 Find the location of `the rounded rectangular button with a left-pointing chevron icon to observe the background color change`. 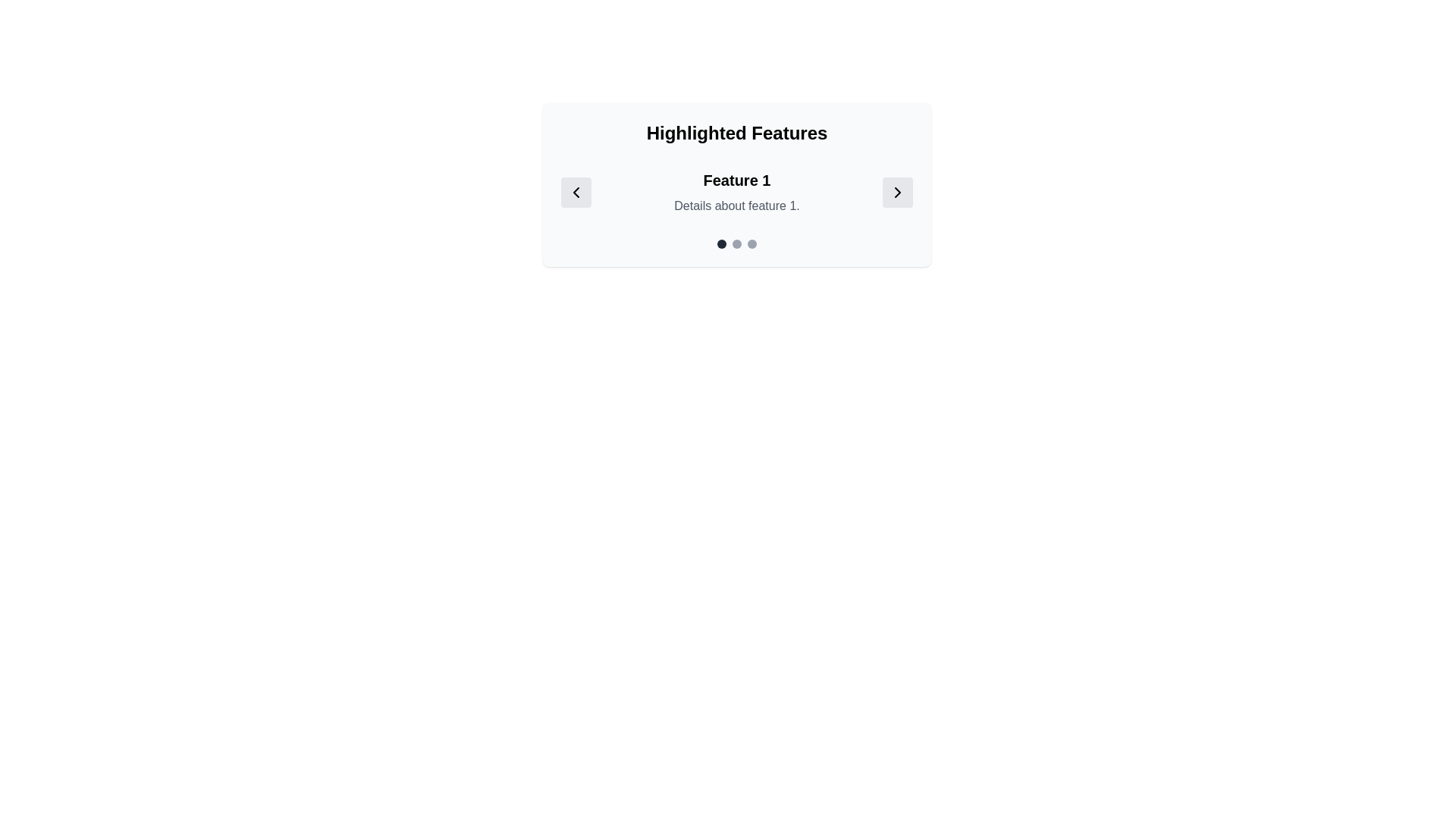

the rounded rectangular button with a left-pointing chevron icon to observe the background color change is located at coordinates (575, 192).